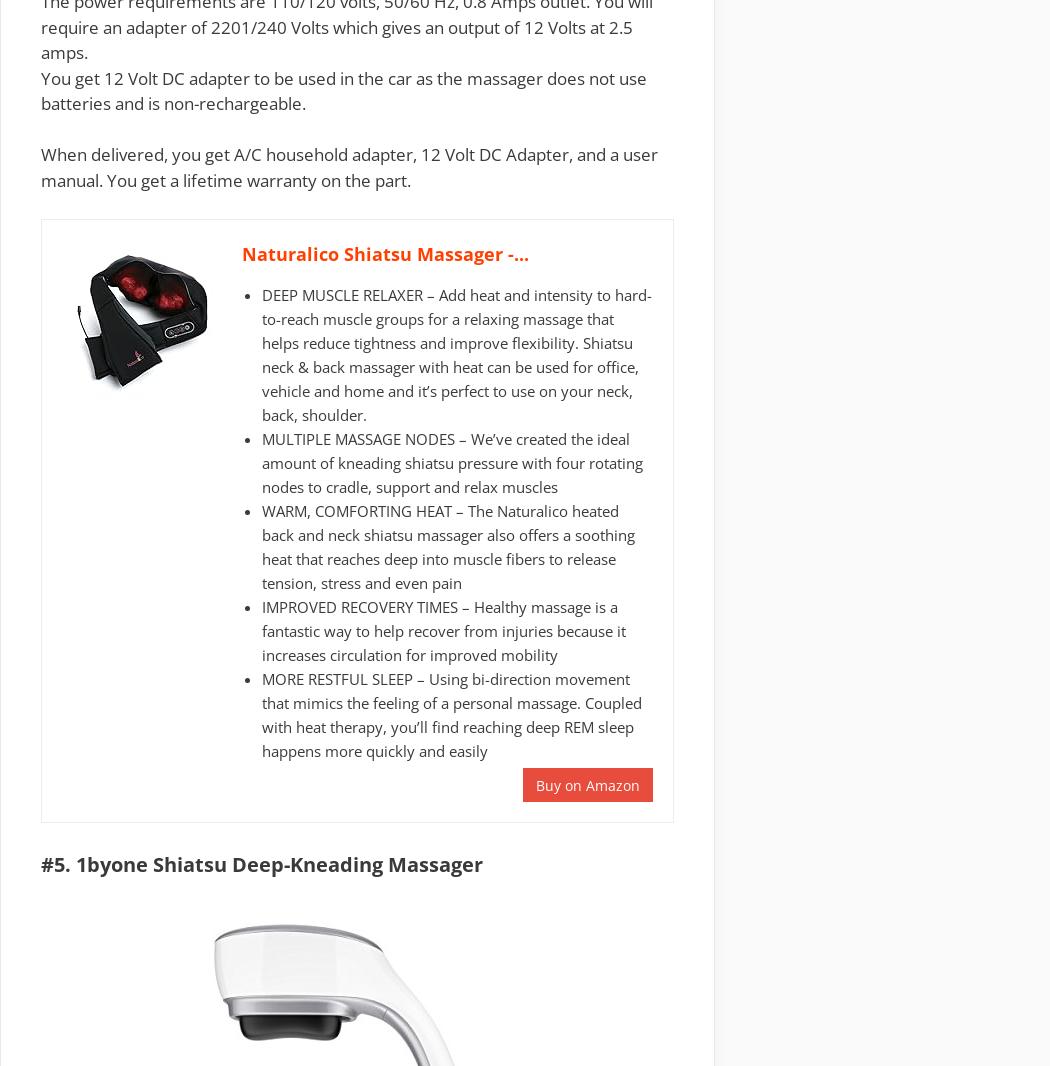  Describe the element at coordinates (303, 102) in the screenshot. I see `'.'` at that location.